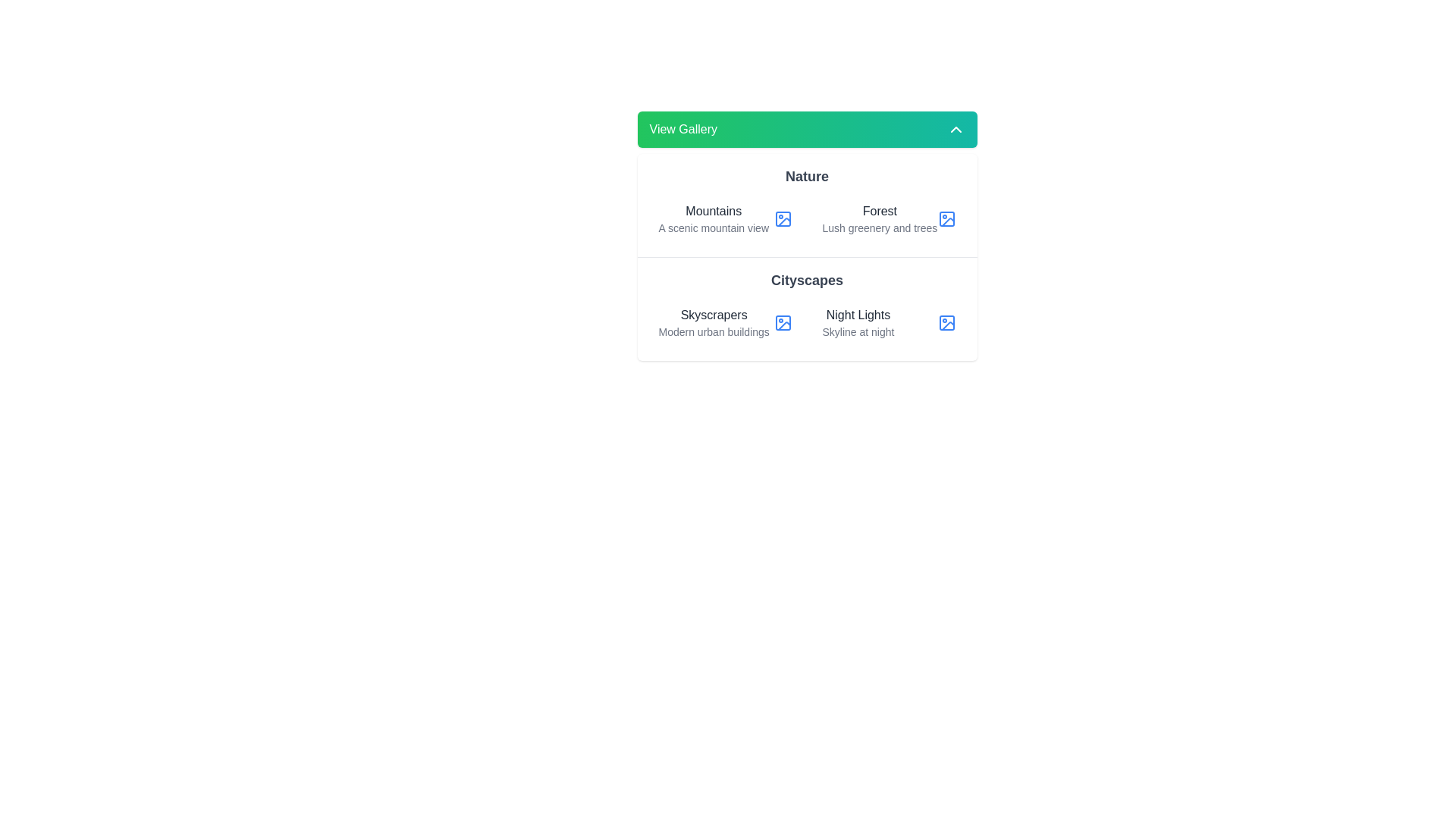 This screenshot has width=1456, height=819. Describe the element at coordinates (806, 281) in the screenshot. I see `the 'Cityscapes' text label, which serves as a non-interactive header providing context to related content in the interface` at that location.